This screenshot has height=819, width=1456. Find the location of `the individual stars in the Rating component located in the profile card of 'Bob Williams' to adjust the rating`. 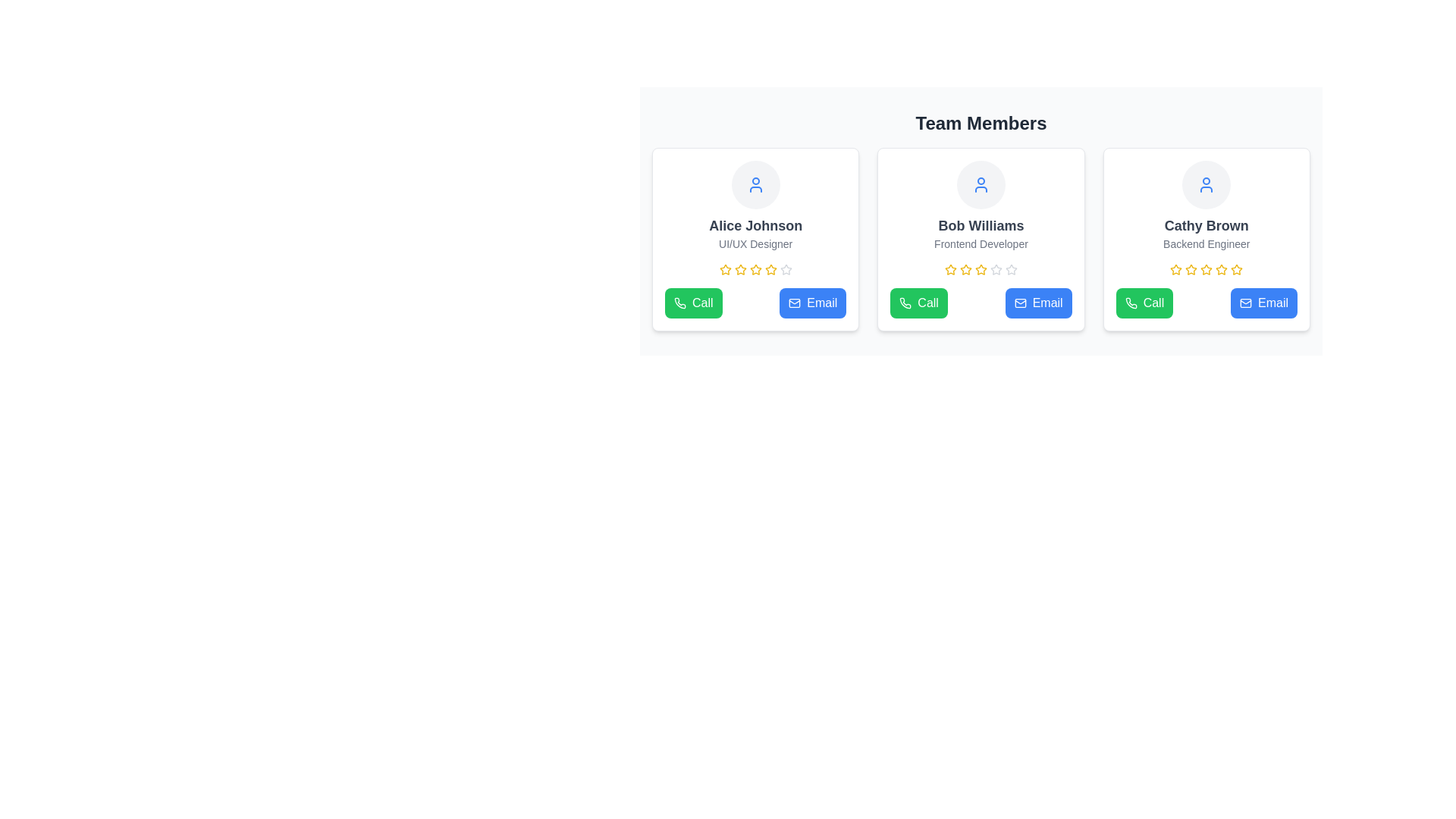

the individual stars in the Rating component located in the profile card of 'Bob Williams' to adjust the rating is located at coordinates (981, 268).